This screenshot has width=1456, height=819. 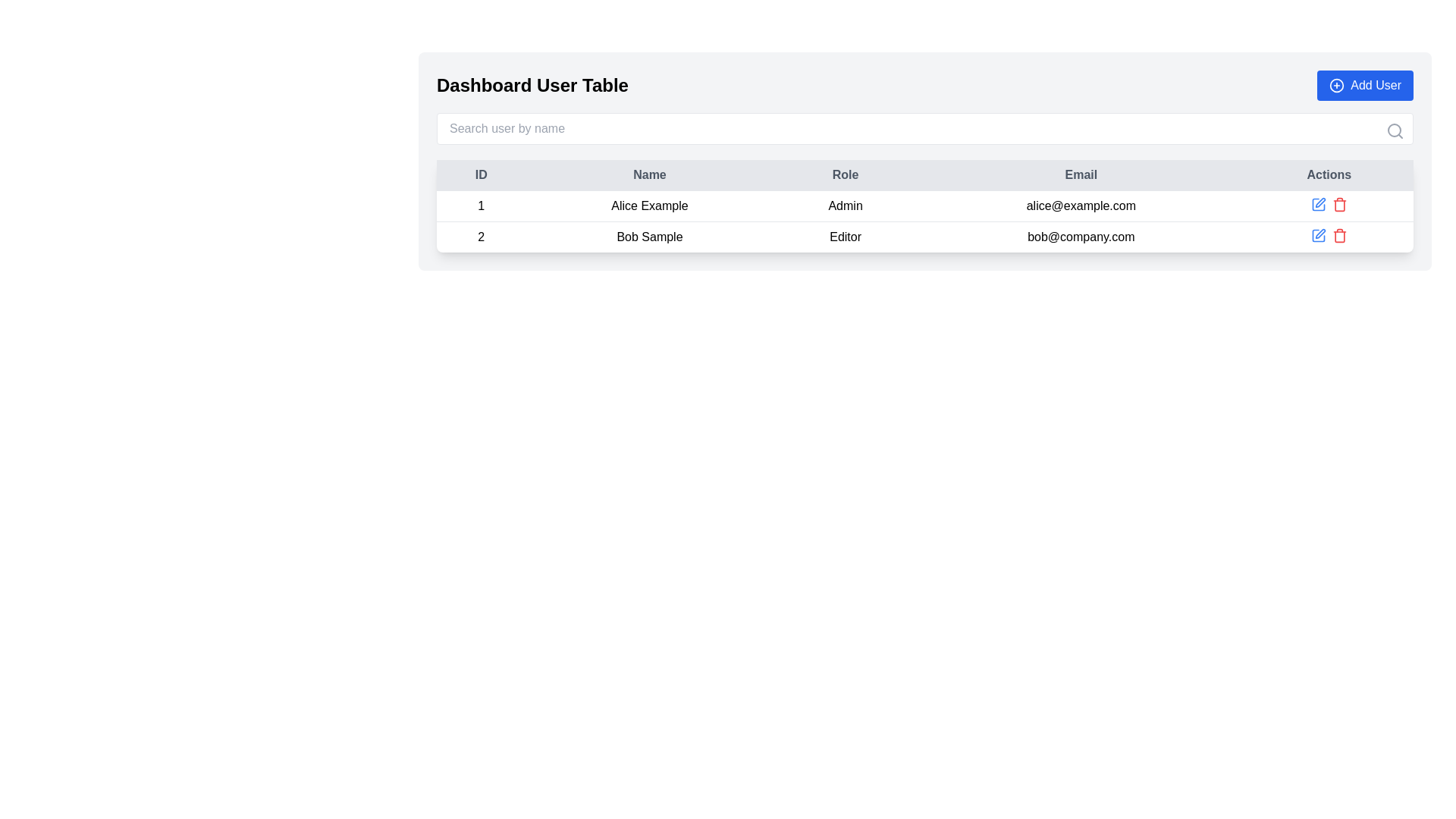 What do you see at coordinates (480, 237) in the screenshot?
I see `the text display element showing '2' in bold, located in the ID column of the second row under the 'Dashboard User Table' heading` at bounding box center [480, 237].